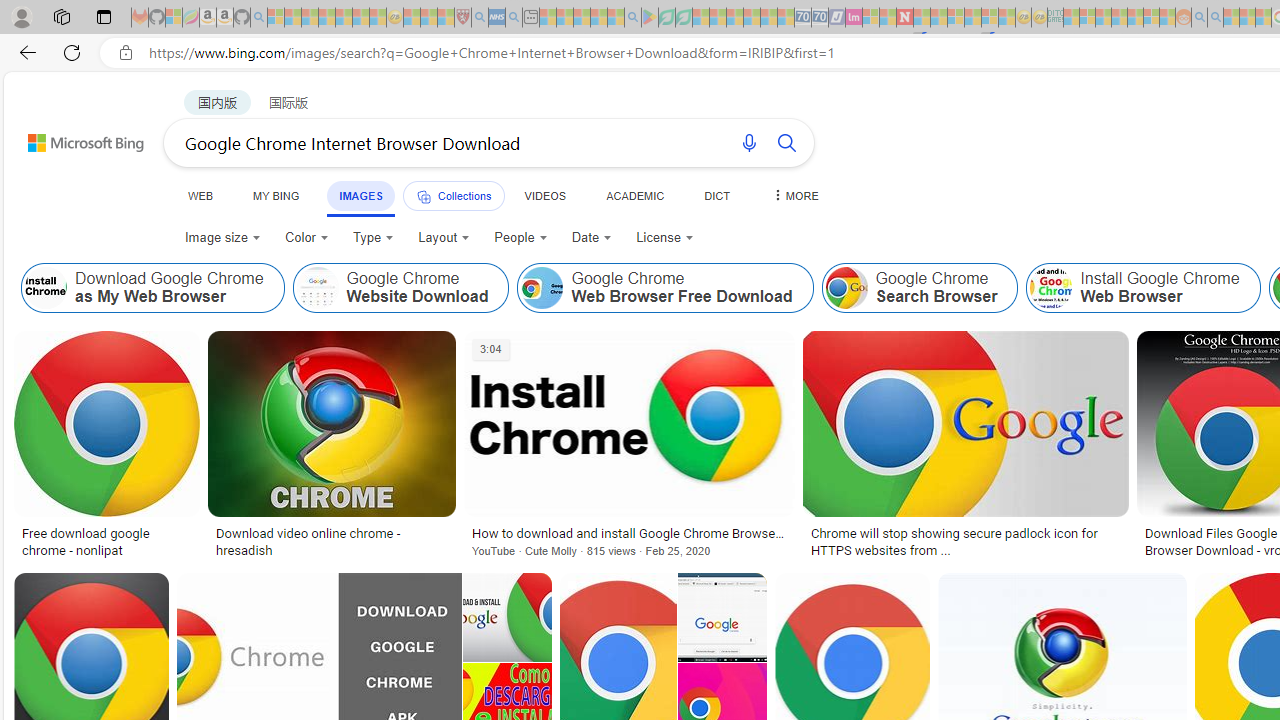 The image size is (1280, 720). Describe the element at coordinates (1135, 17) in the screenshot. I see `'Kinda Frugal - MSN - Sleeping'` at that location.